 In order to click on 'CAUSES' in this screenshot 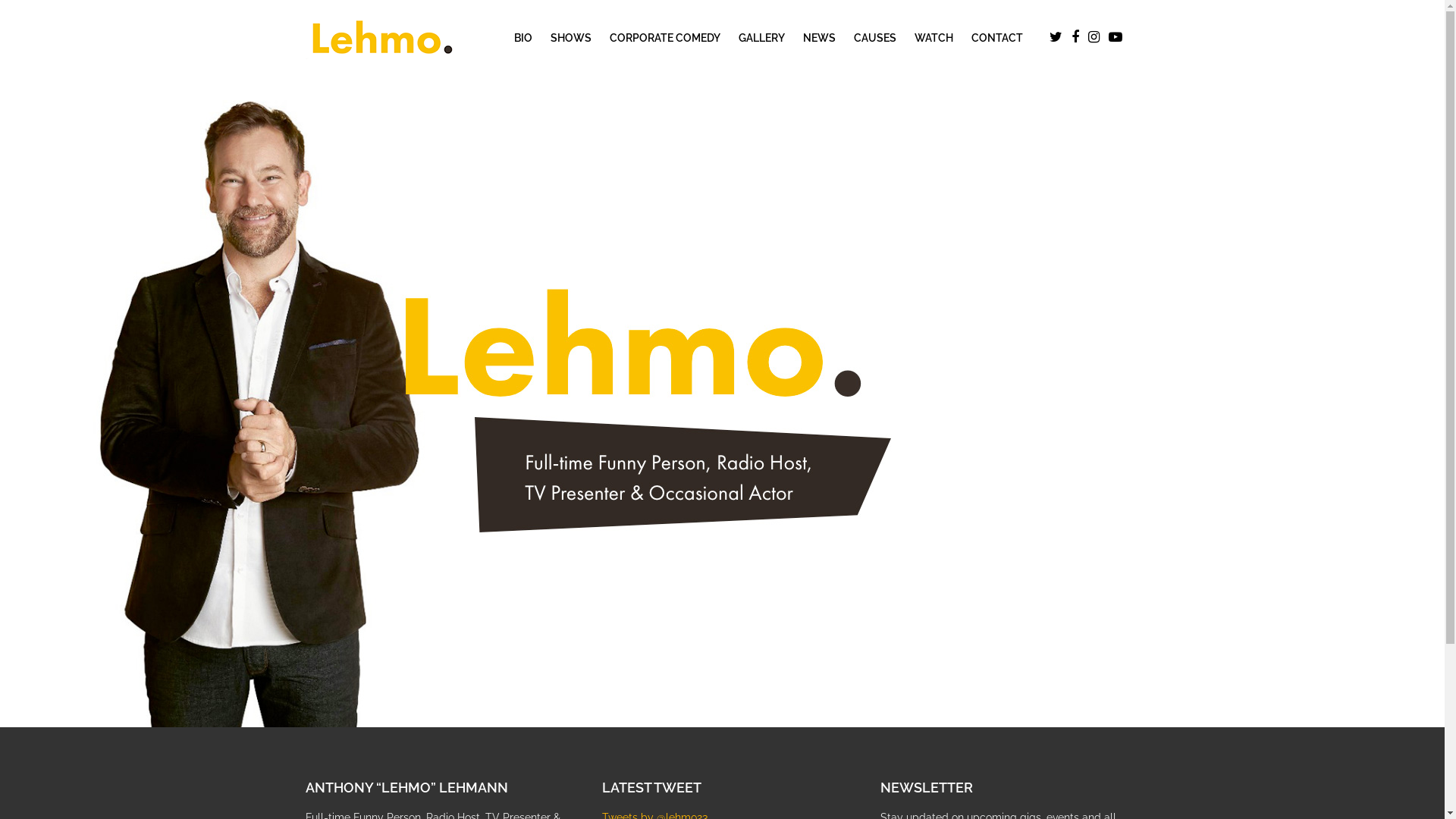, I will do `click(874, 37)`.